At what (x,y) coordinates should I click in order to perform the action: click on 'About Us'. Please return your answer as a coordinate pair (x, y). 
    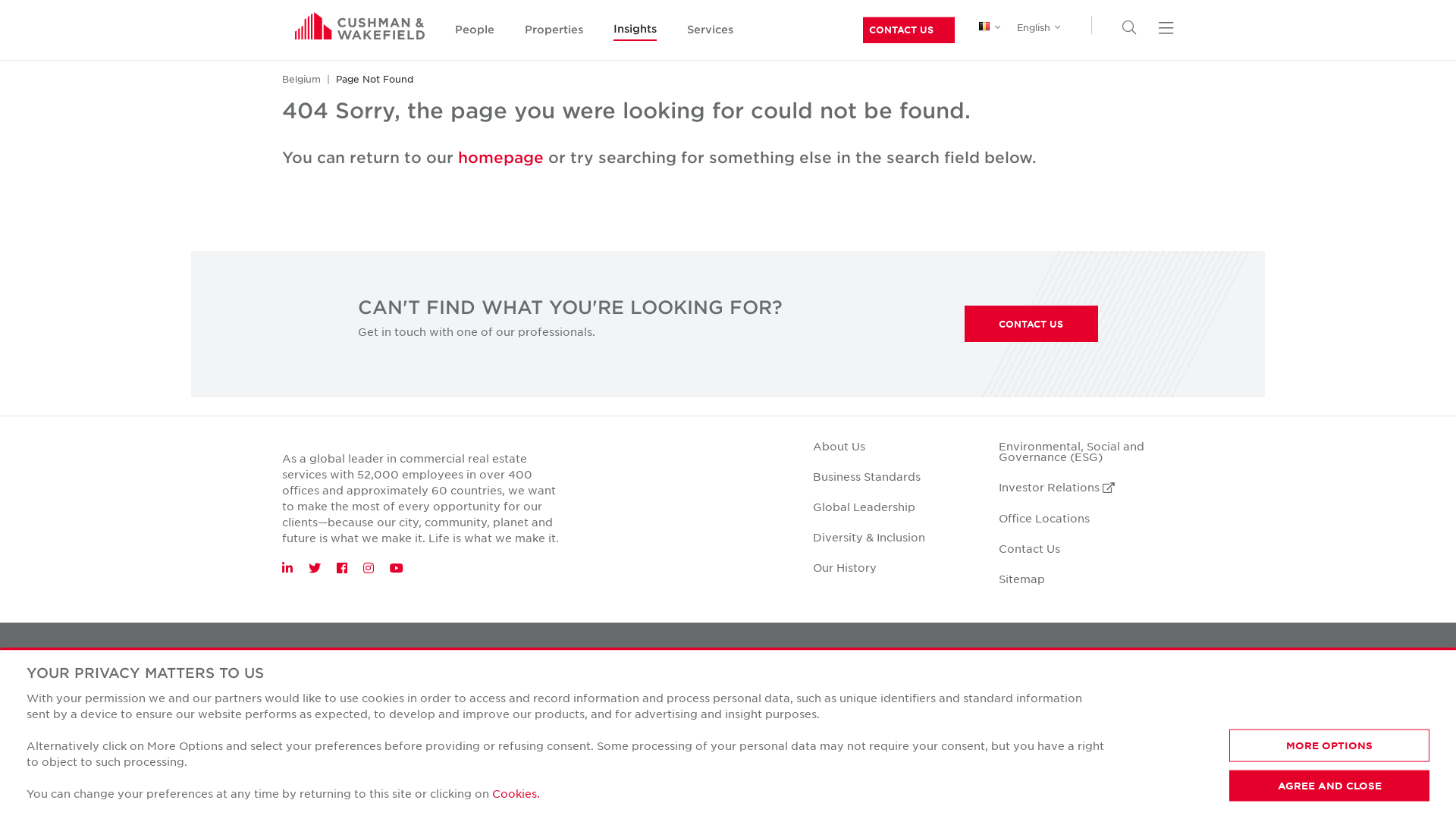
    Looking at the image, I should click on (838, 444).